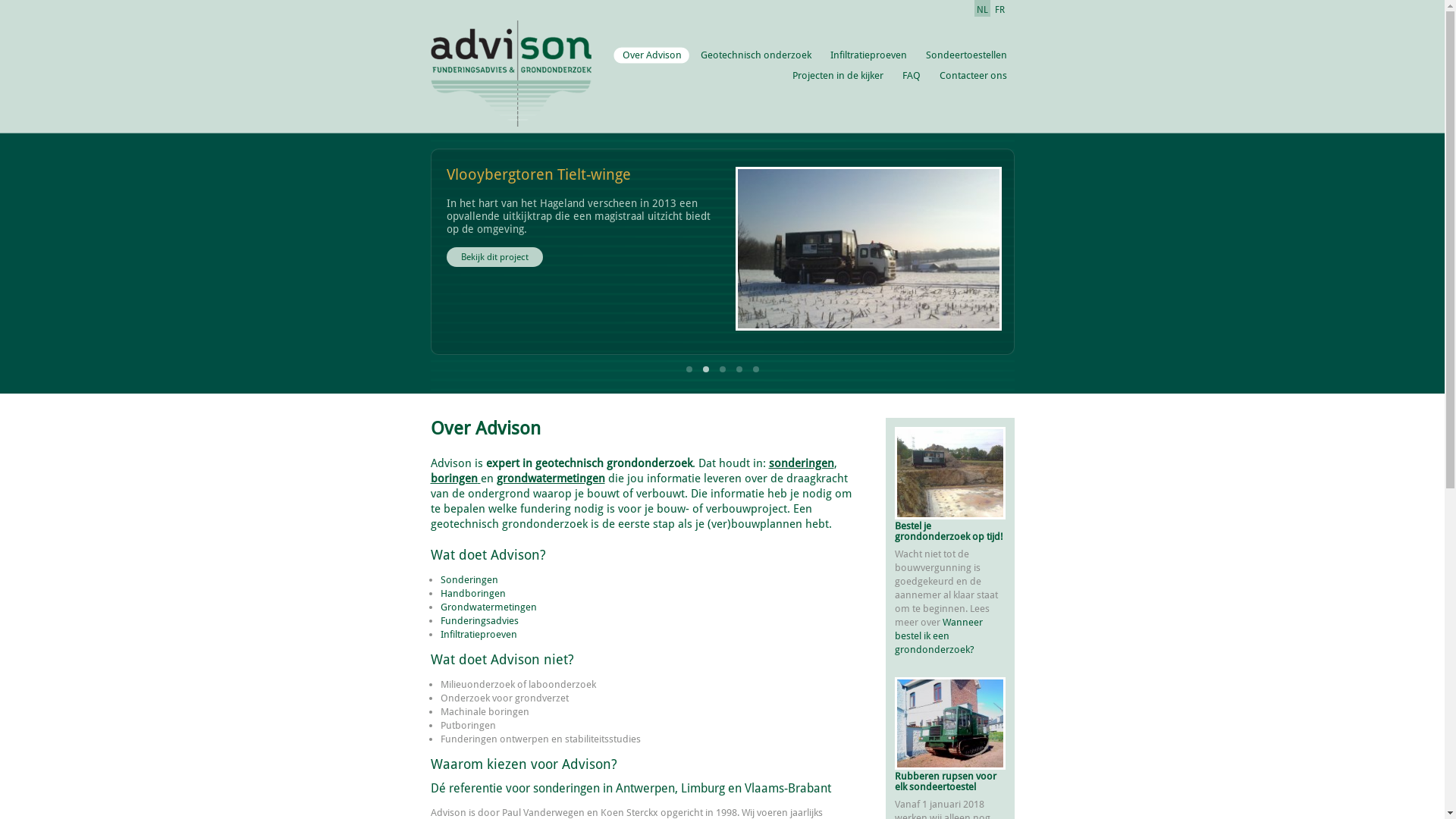 The image size is (1456, 819). Describe the element at coordinates (510, 63) in the screenshot. I see `'Ga naar de Advison homepage'` at that location.